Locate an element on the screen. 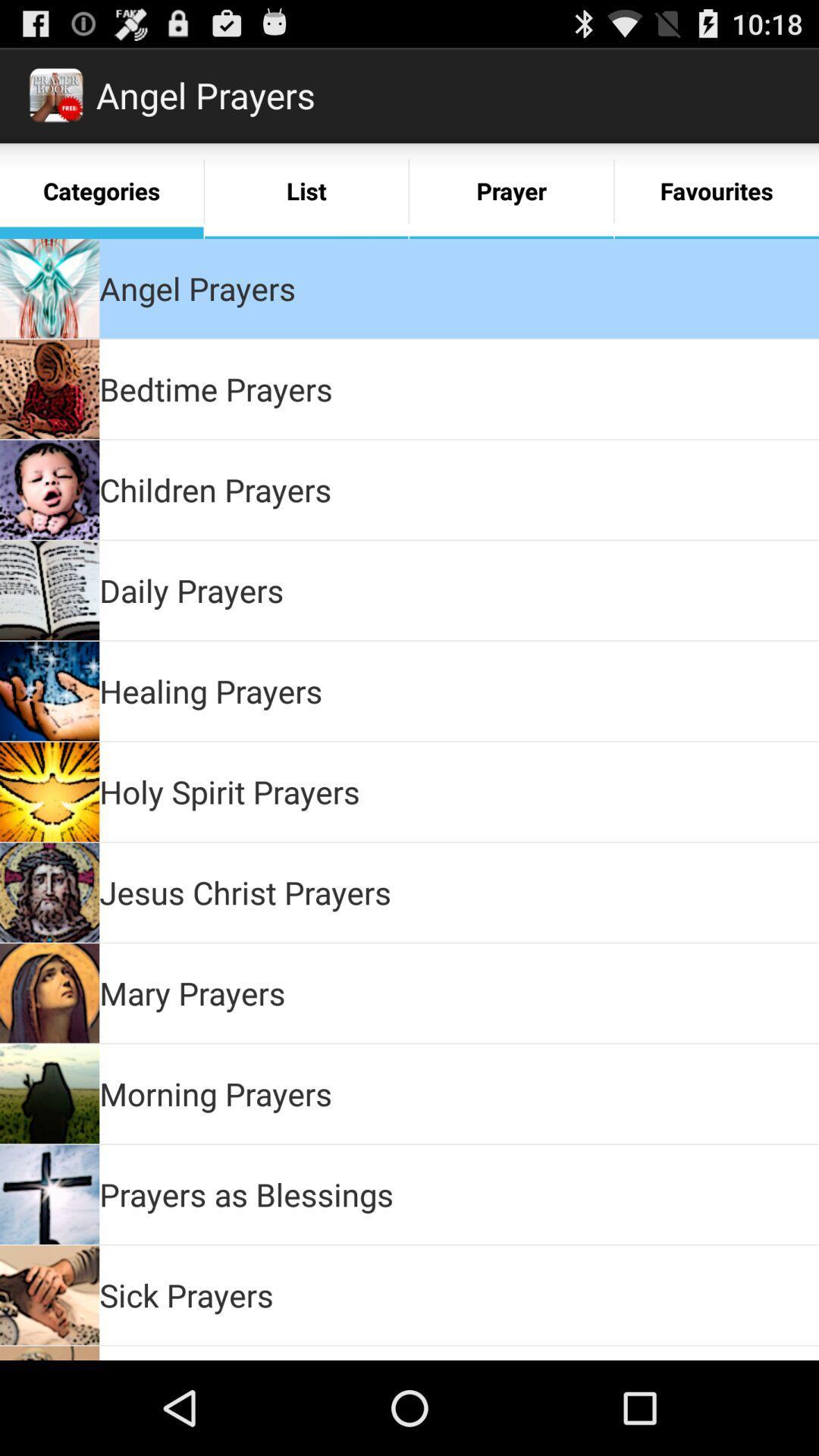 The width and height of the screenshot is (819, 1456). bedtime prayers item is located at coordinates (216, 389).